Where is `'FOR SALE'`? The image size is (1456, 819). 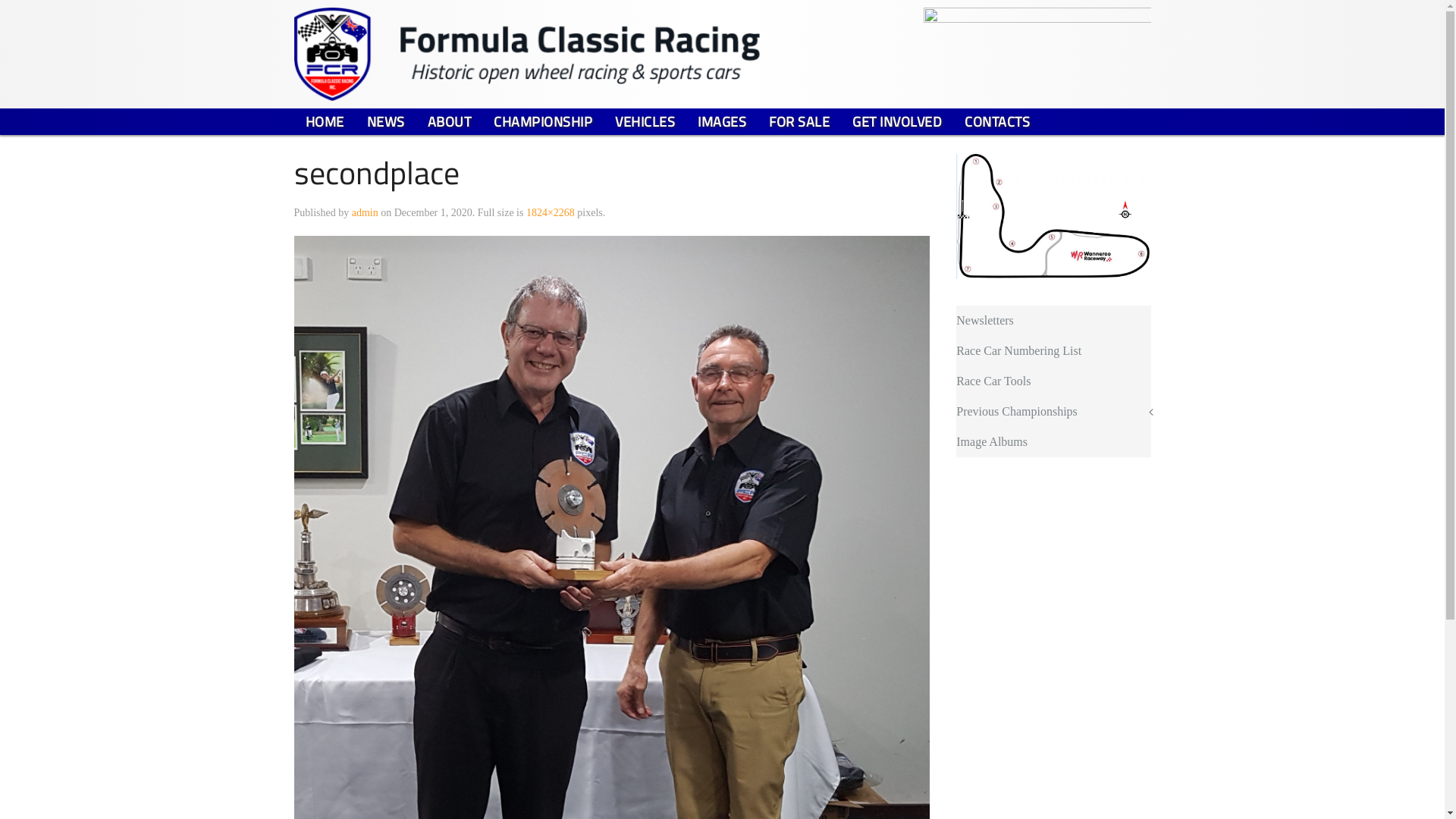
'FOR SALE' is located at coordinates (799, 121).